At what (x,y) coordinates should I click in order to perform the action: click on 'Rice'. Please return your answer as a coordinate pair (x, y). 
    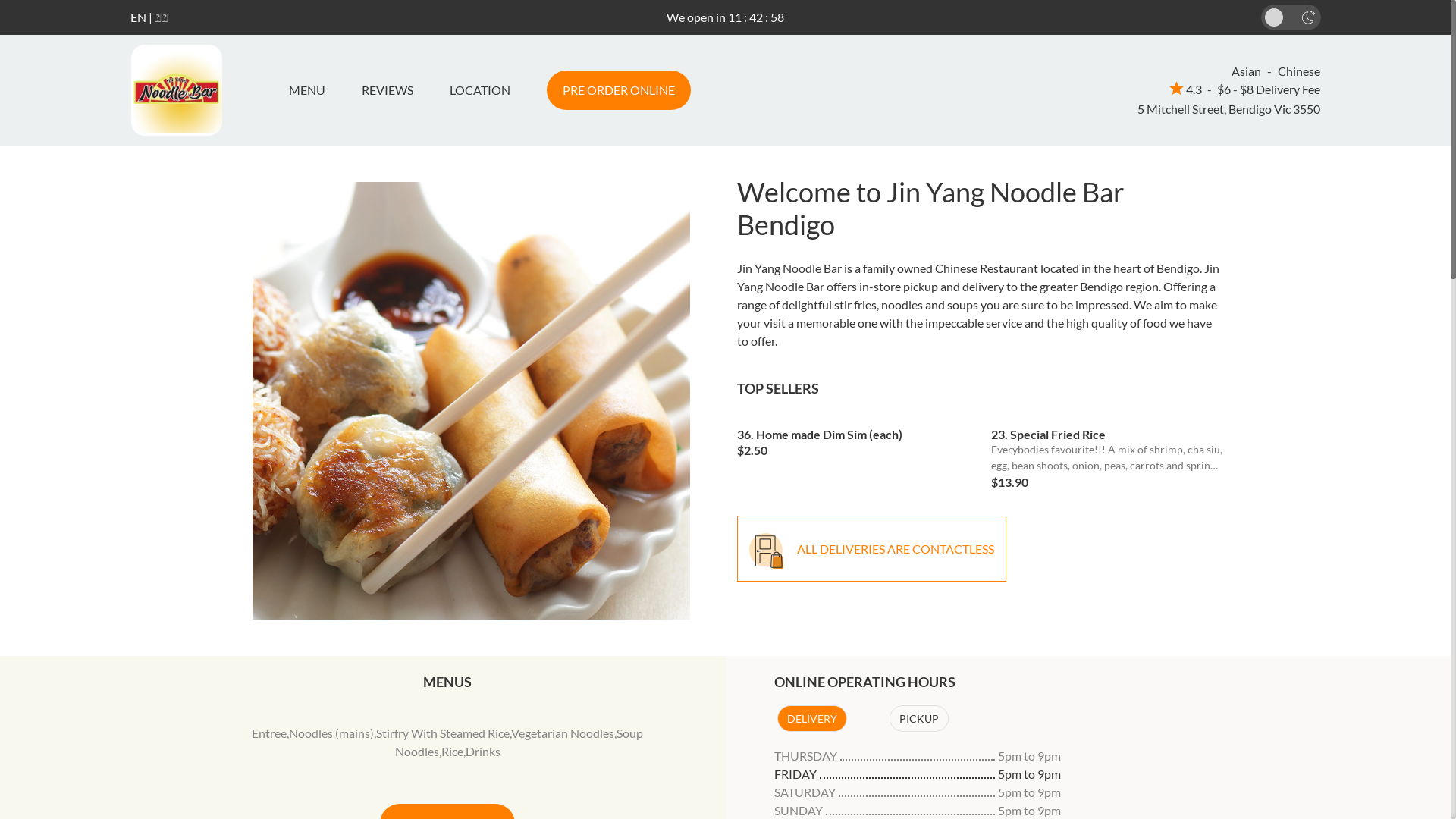
    Looking at the image, I should click on (451, 751).